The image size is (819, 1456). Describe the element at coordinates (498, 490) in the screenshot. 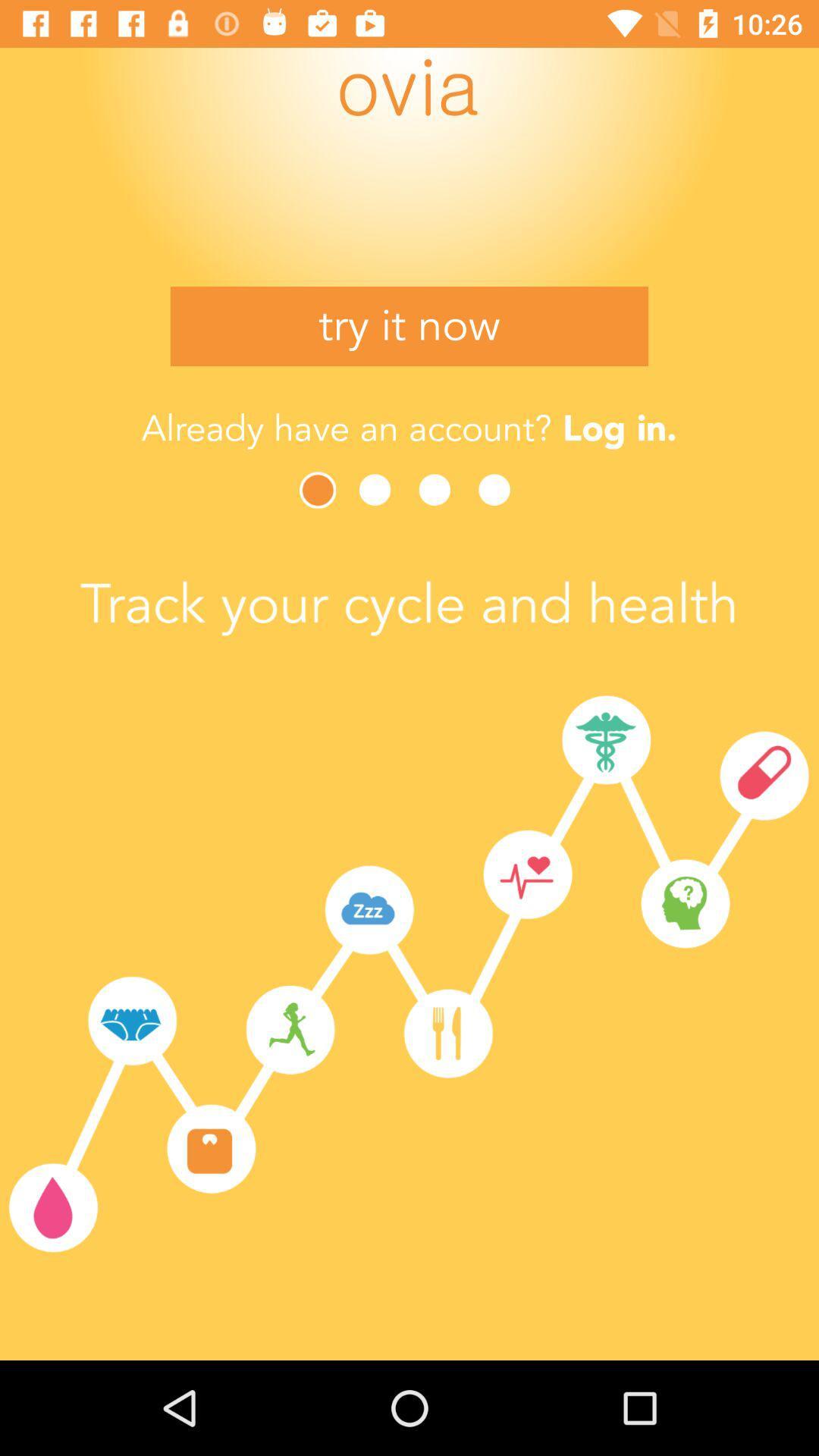

I see `step 4` at that location.